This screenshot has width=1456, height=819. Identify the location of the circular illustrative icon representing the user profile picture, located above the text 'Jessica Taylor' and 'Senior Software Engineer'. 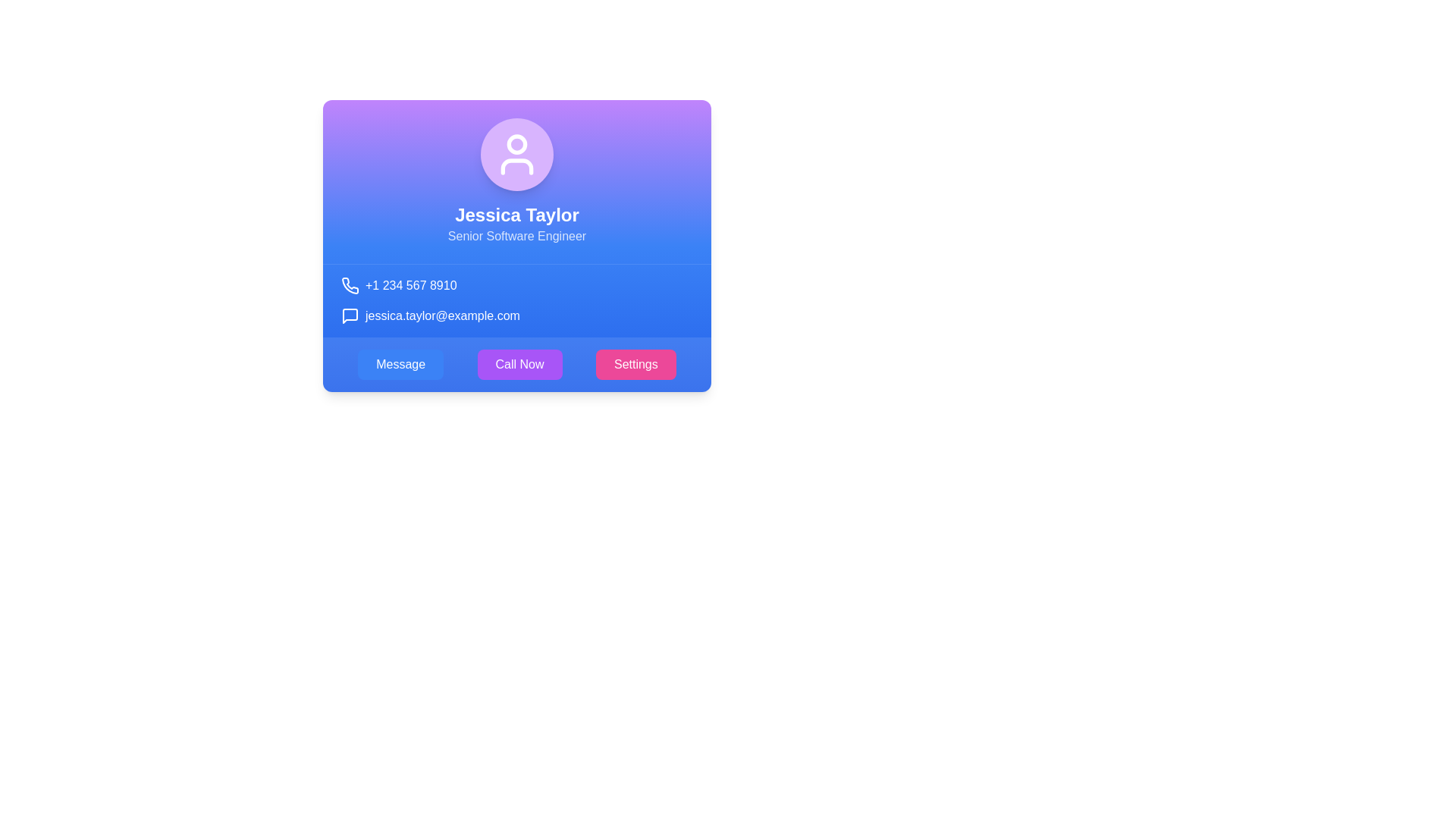
(516, 155).